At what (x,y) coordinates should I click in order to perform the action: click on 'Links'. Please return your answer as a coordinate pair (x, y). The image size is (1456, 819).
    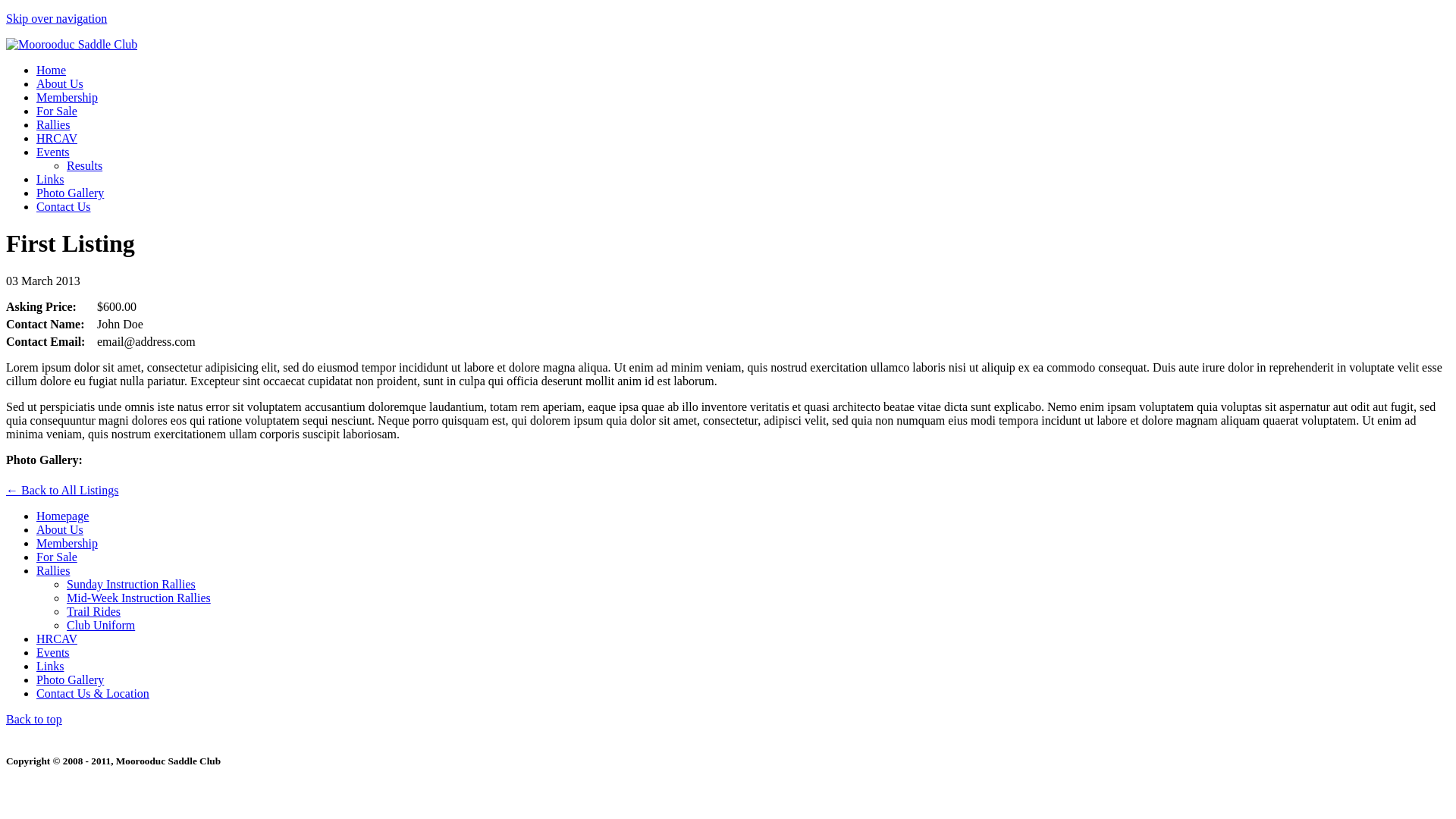
    Looking at the image, I should click on (50, 178).